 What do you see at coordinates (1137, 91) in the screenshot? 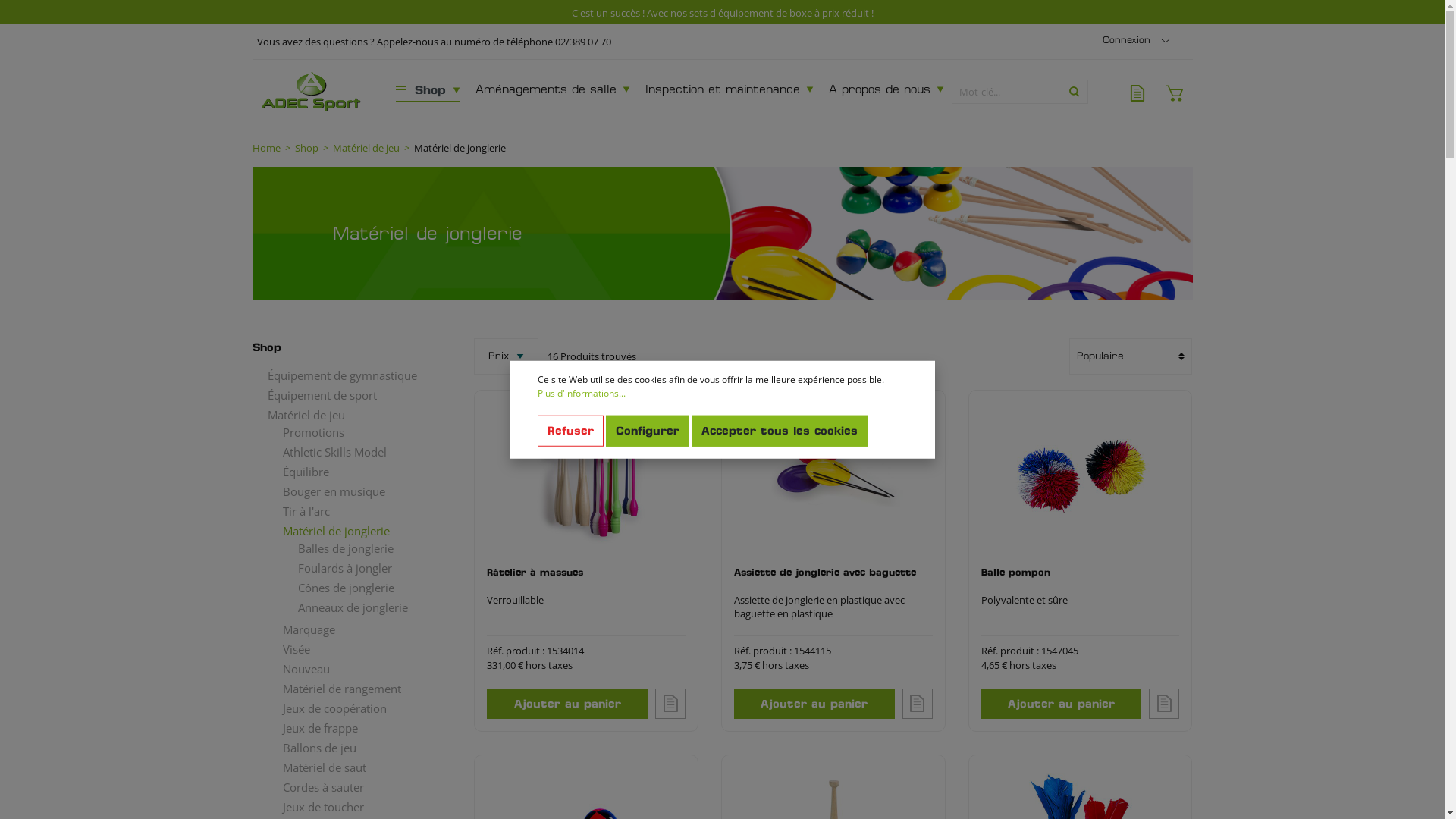
I see `'Liste de voeux'` at bounding box center [1137, 91].